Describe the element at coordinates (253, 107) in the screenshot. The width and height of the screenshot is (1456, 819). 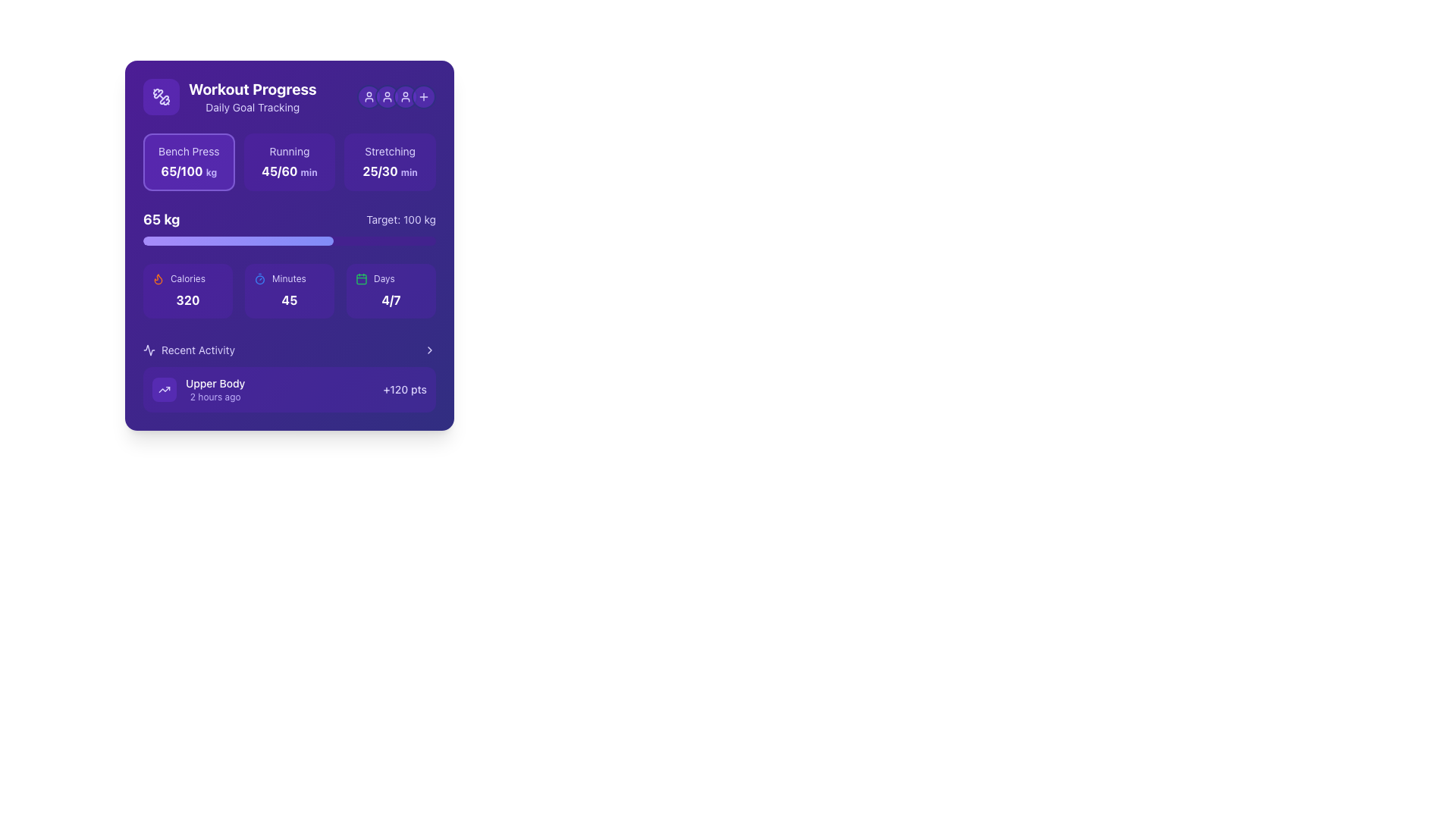
I see `the Static text element displaying 'Daily Goal Tracking' in light purple font, located beneath the 'Workout Progress' title` at that location.